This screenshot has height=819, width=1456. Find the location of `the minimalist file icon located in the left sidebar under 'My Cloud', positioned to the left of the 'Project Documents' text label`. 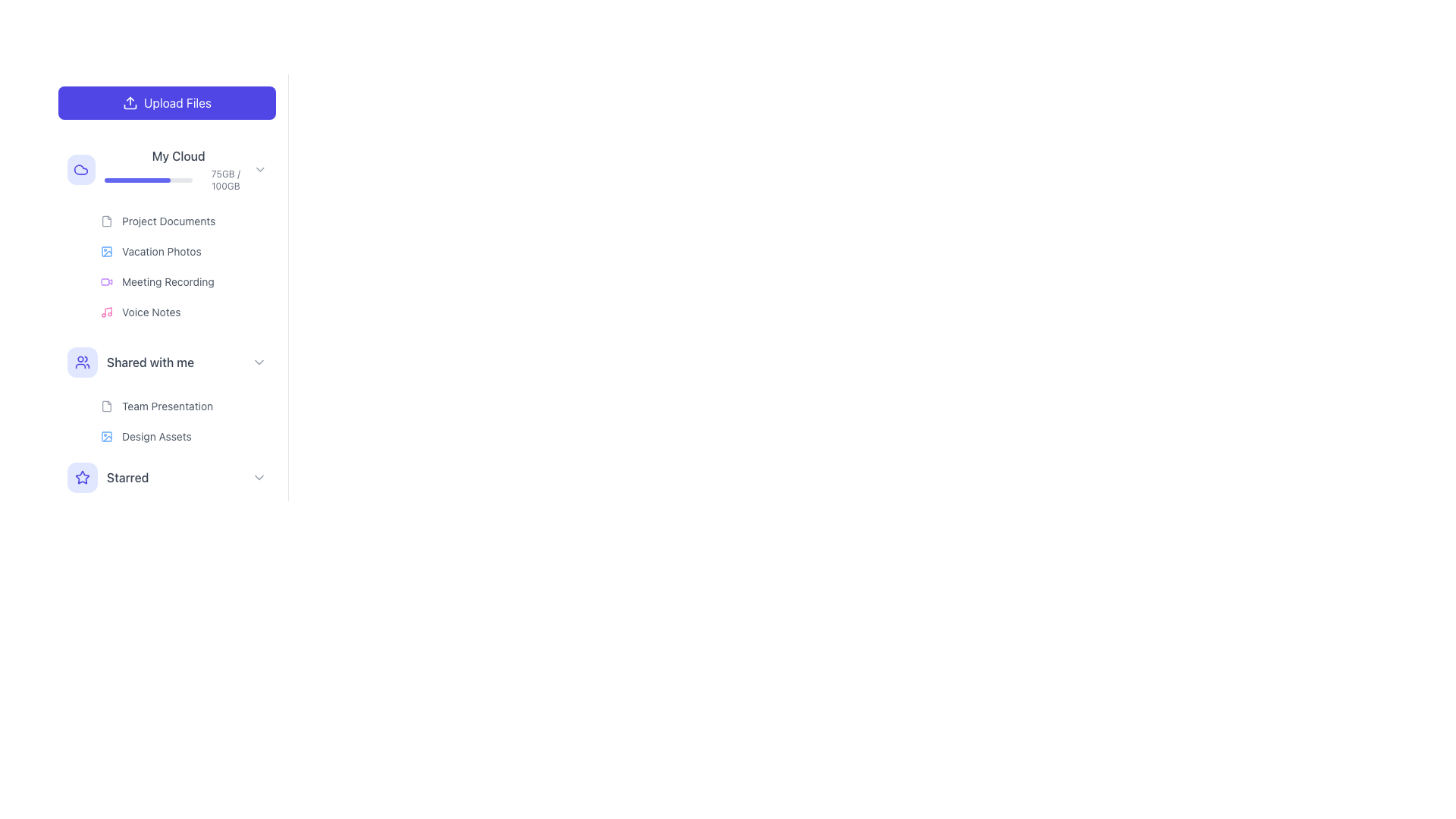

the minimalist file icon located in the left sidebar under 'My Cloud', positioned to the left of the 'Project Documents' text label is located at coordinates (105, 221).